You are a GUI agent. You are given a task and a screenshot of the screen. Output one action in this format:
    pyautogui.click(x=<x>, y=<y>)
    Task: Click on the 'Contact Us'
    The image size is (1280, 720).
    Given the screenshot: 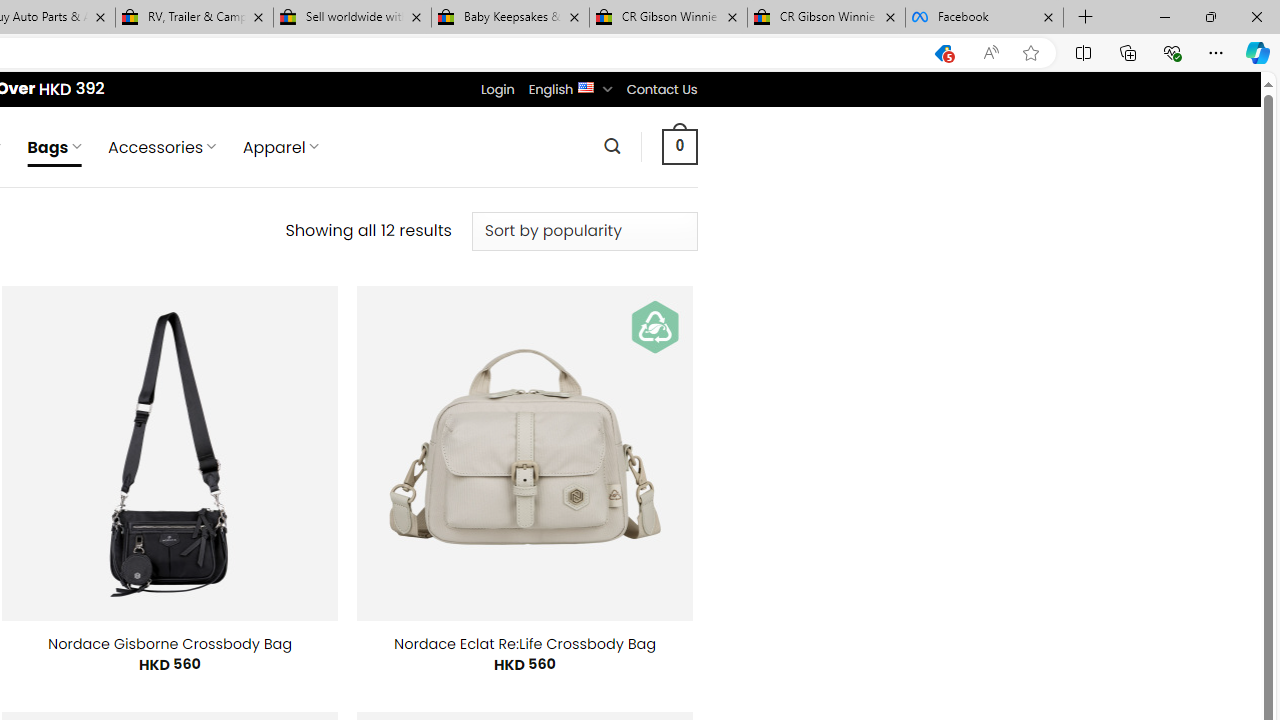 What is the action you would take?
    pyautogui.click(x=661, y=88)
    